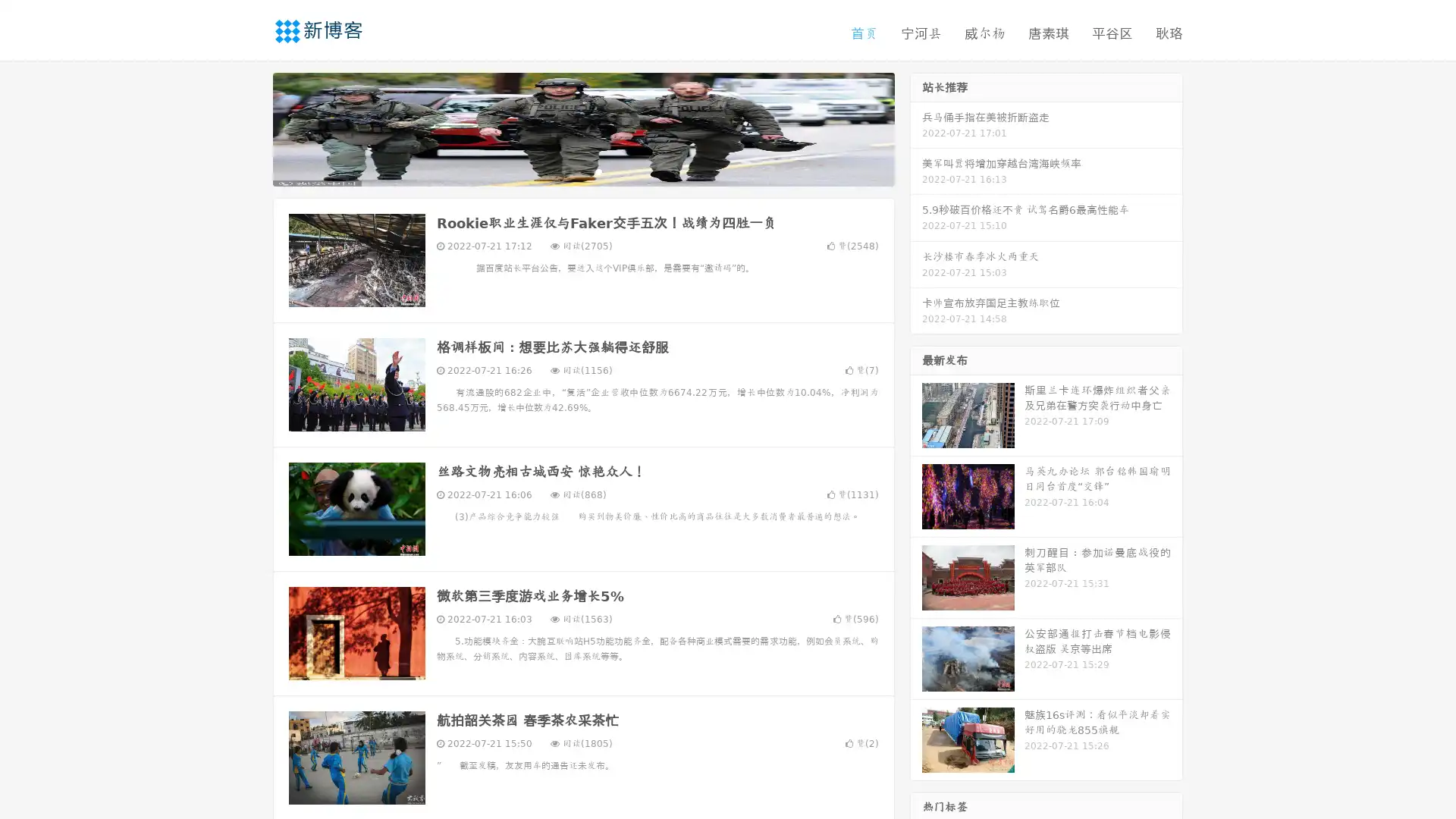 This screenshot has height=819, width=1456. I want to click on Go to slide 2, so click(582, 171).